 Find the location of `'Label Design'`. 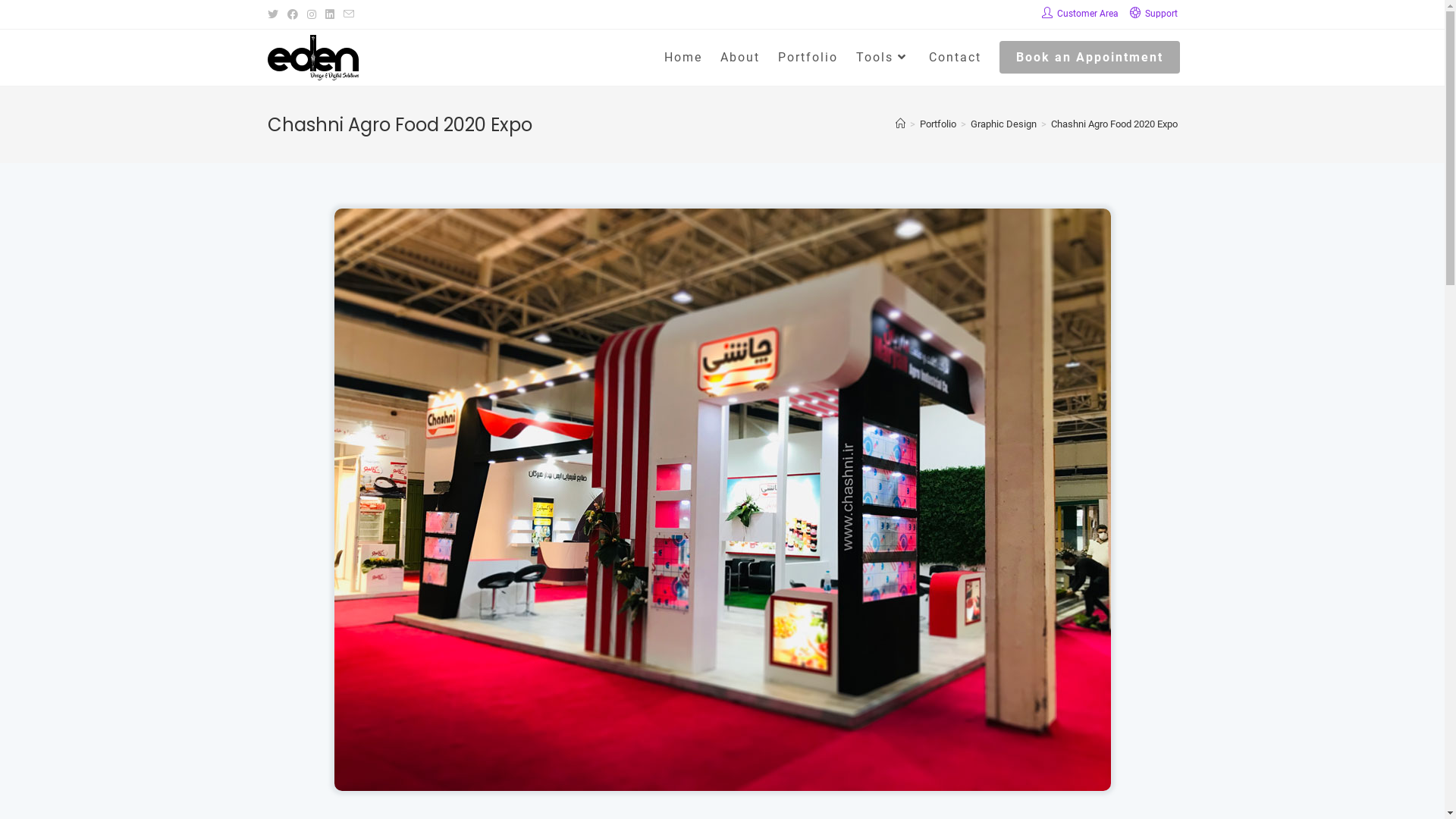

'Label Design' is located at coordinates (608, 587).